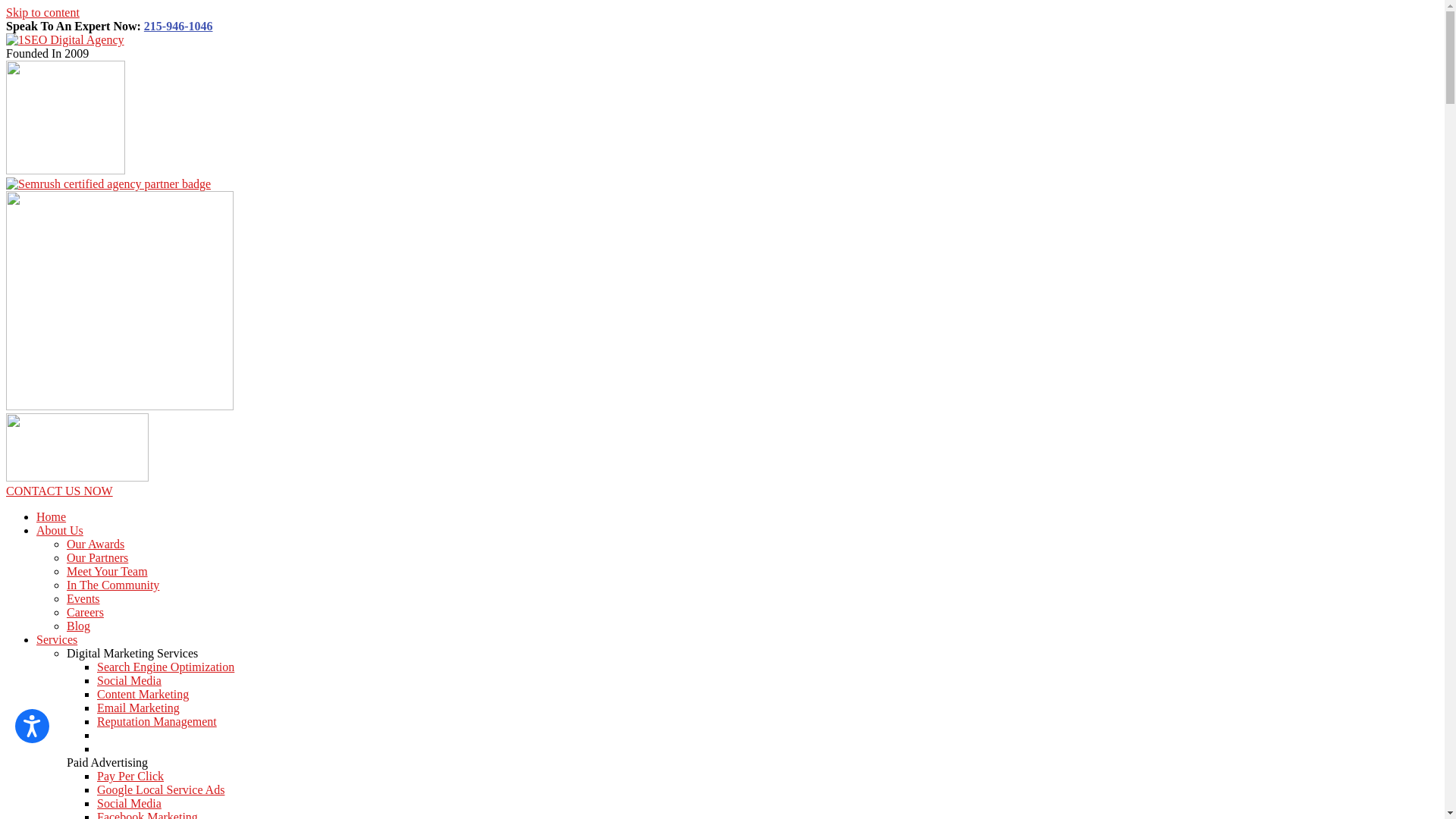  Describe the element at coordinates (65, 543) in the screenshot. I see `'Our Awards'` at that location.